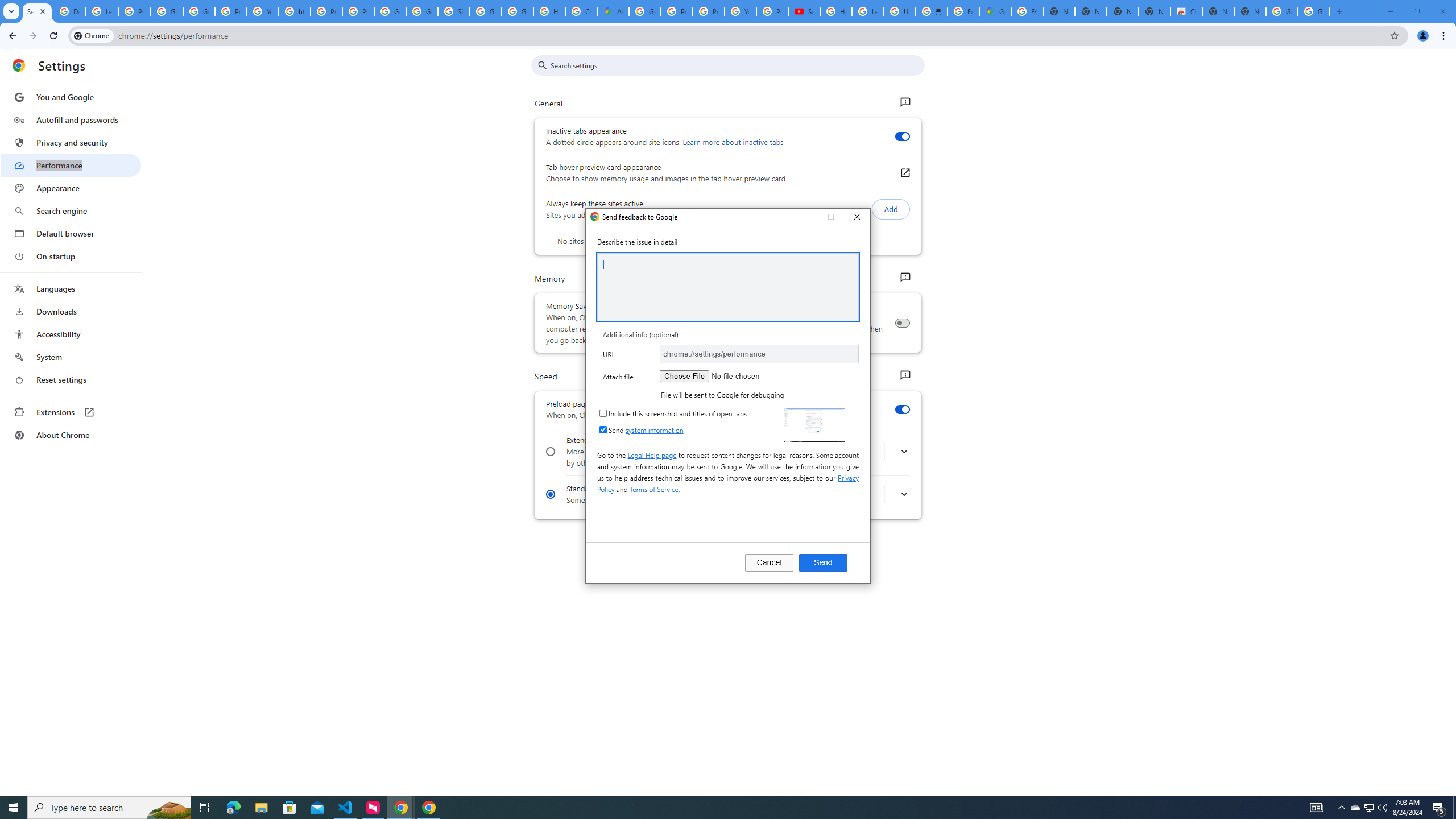  Describe the element at coordinates (70, 211) in the screenshot. I see `'Search engine'` at that location.